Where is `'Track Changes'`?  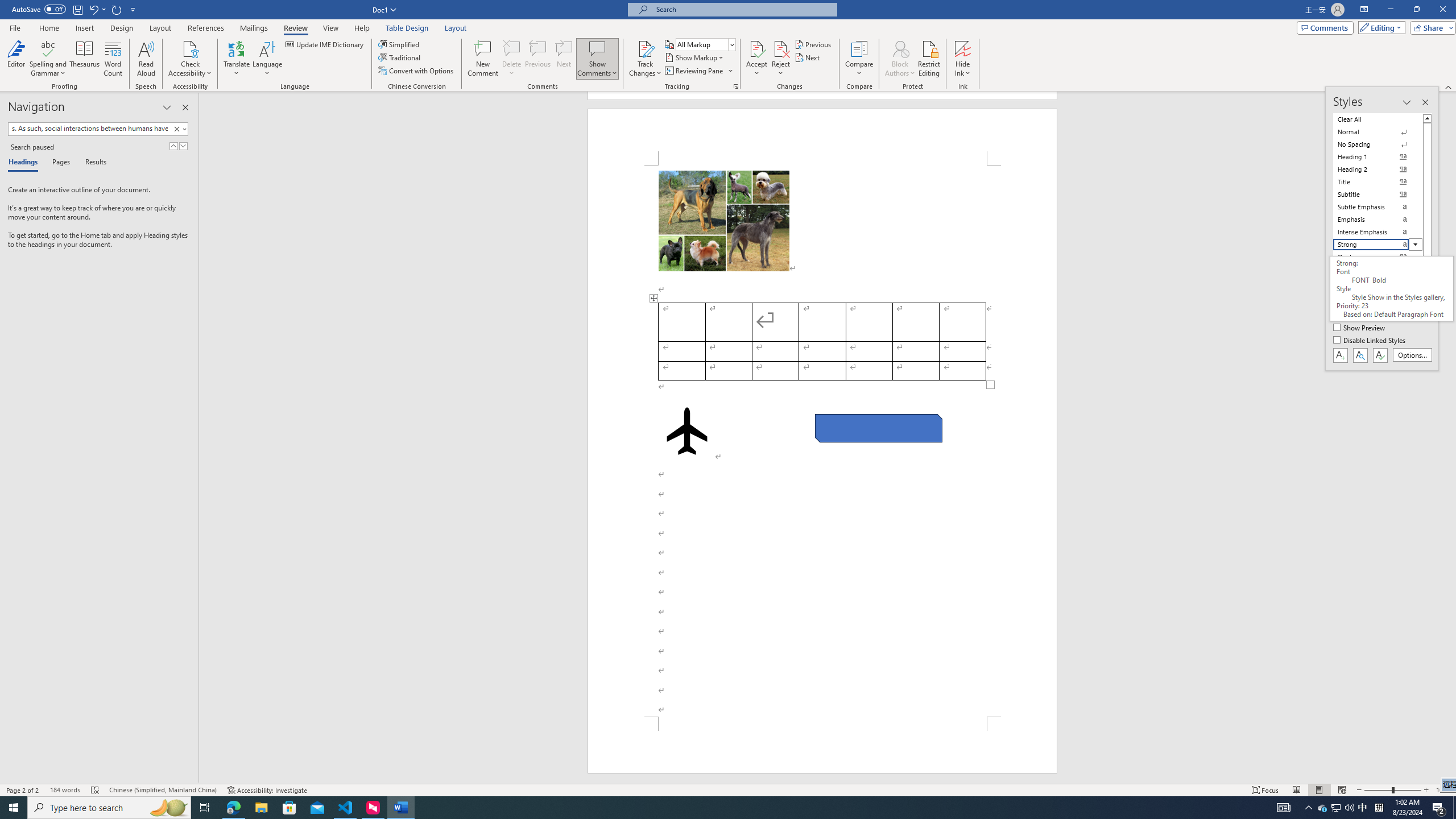 'Track Changes' is located at coordinates (644, 48).